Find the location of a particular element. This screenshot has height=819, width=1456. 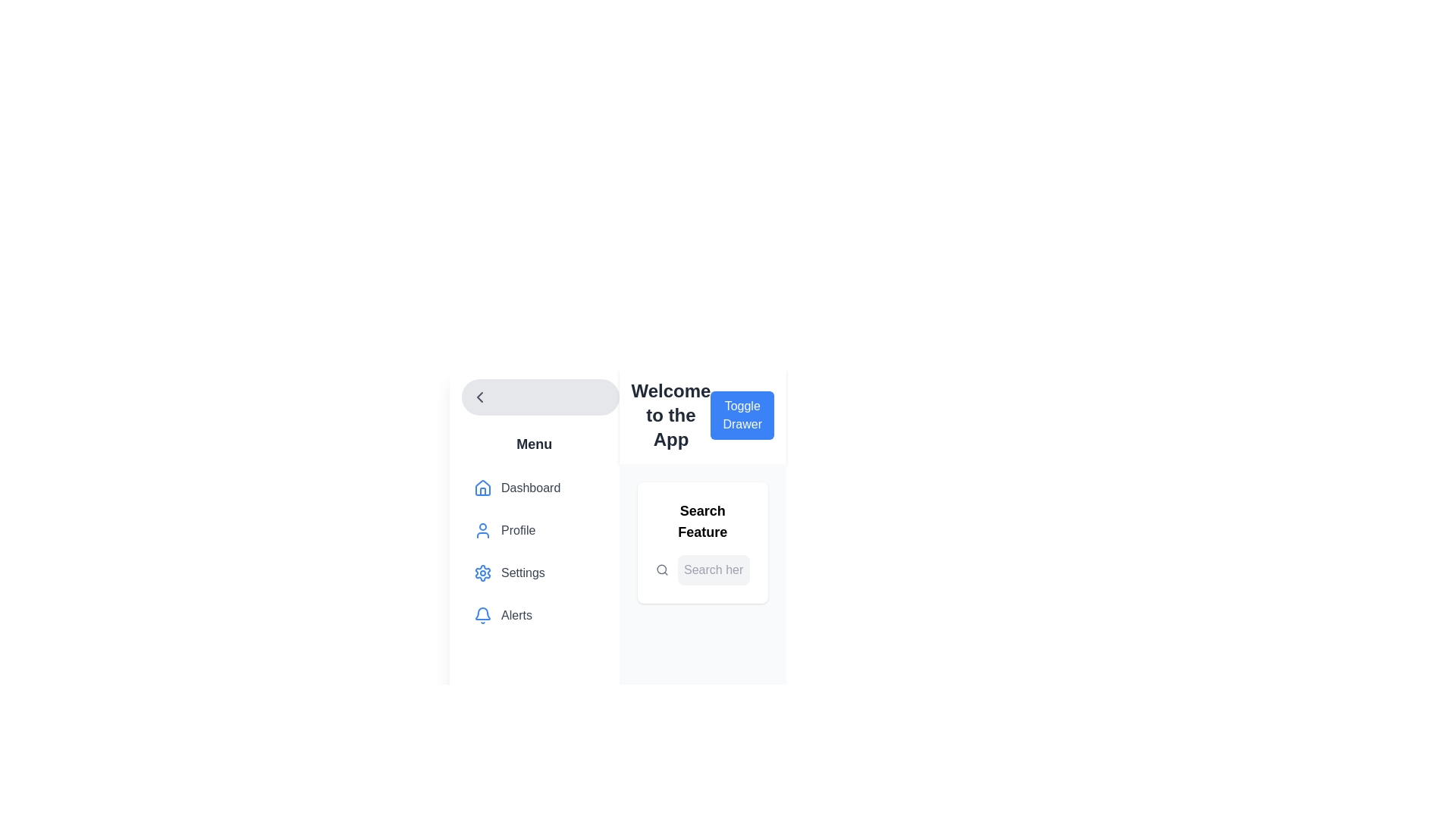

the 'Profile' menu item, which is the second item in the vertical navigation menu, located below 'Dashboard' and above 'Settings' is located at coordinates (534, 532).